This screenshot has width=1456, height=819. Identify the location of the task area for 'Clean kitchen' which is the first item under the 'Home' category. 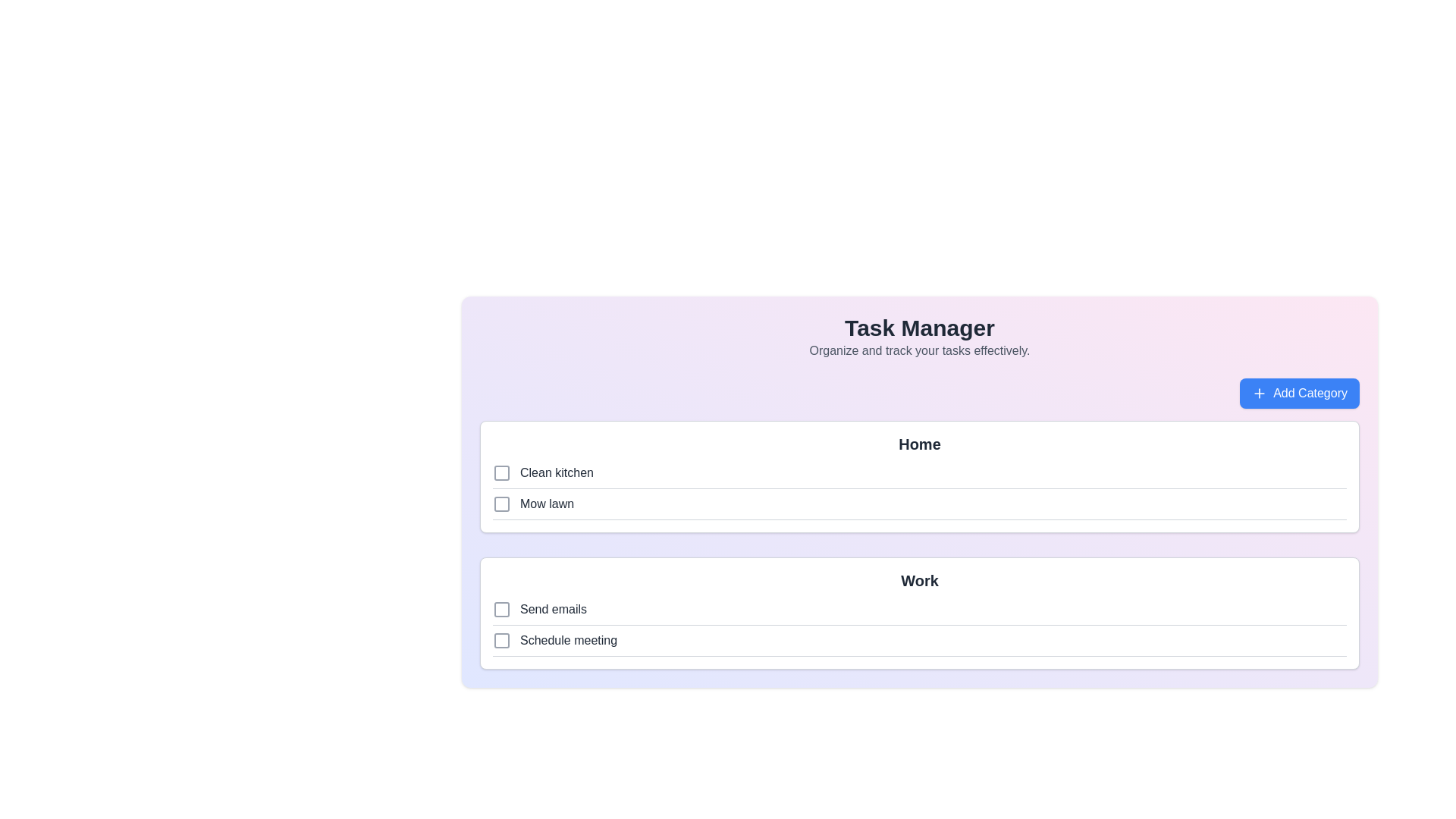
(919, 475).